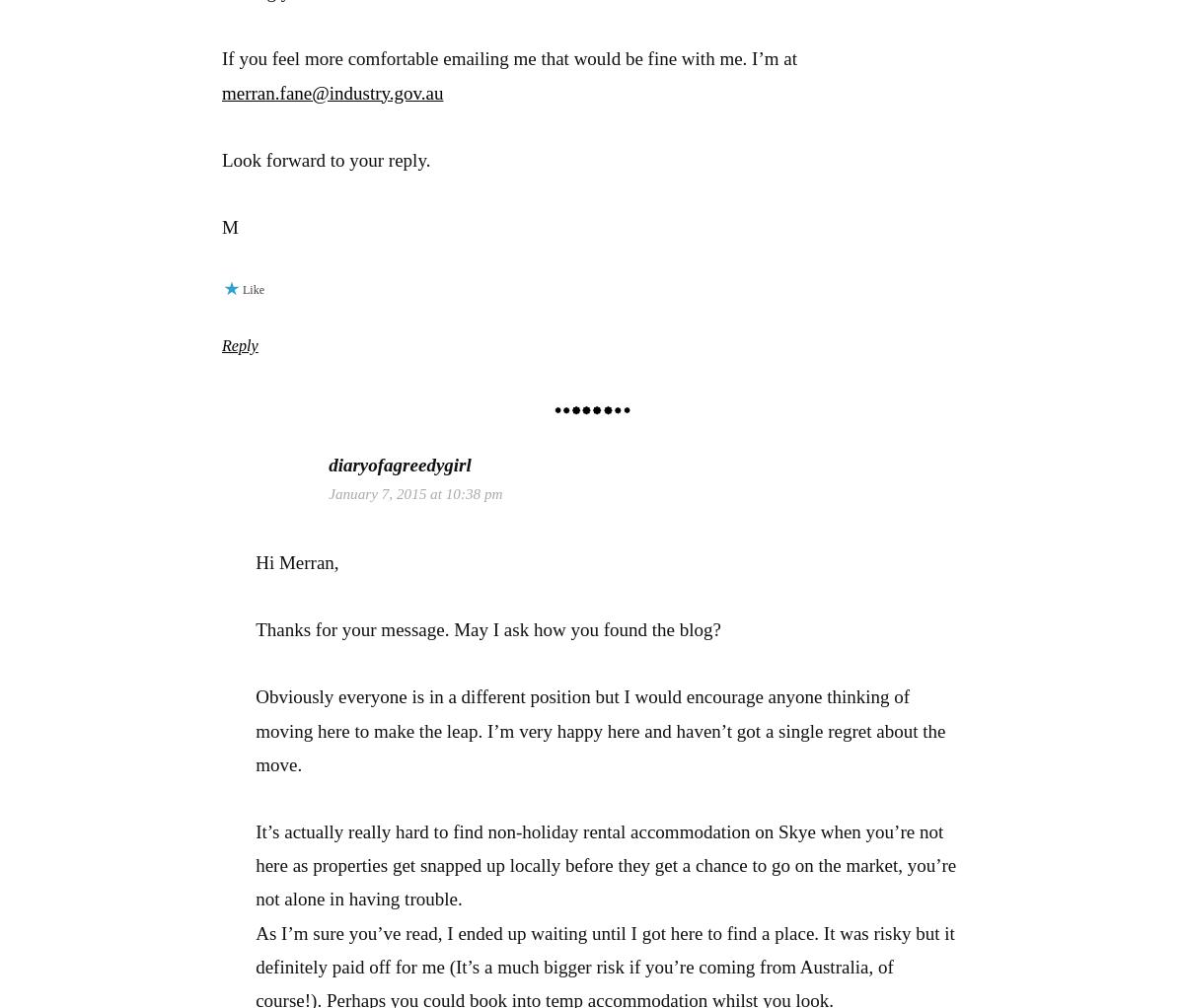 The height and width of the screenshot is (1008, 1184). Describe the element at coordinates (400, 464) in the screenshot. I see `'diaryofagreedygirl'` at that location.